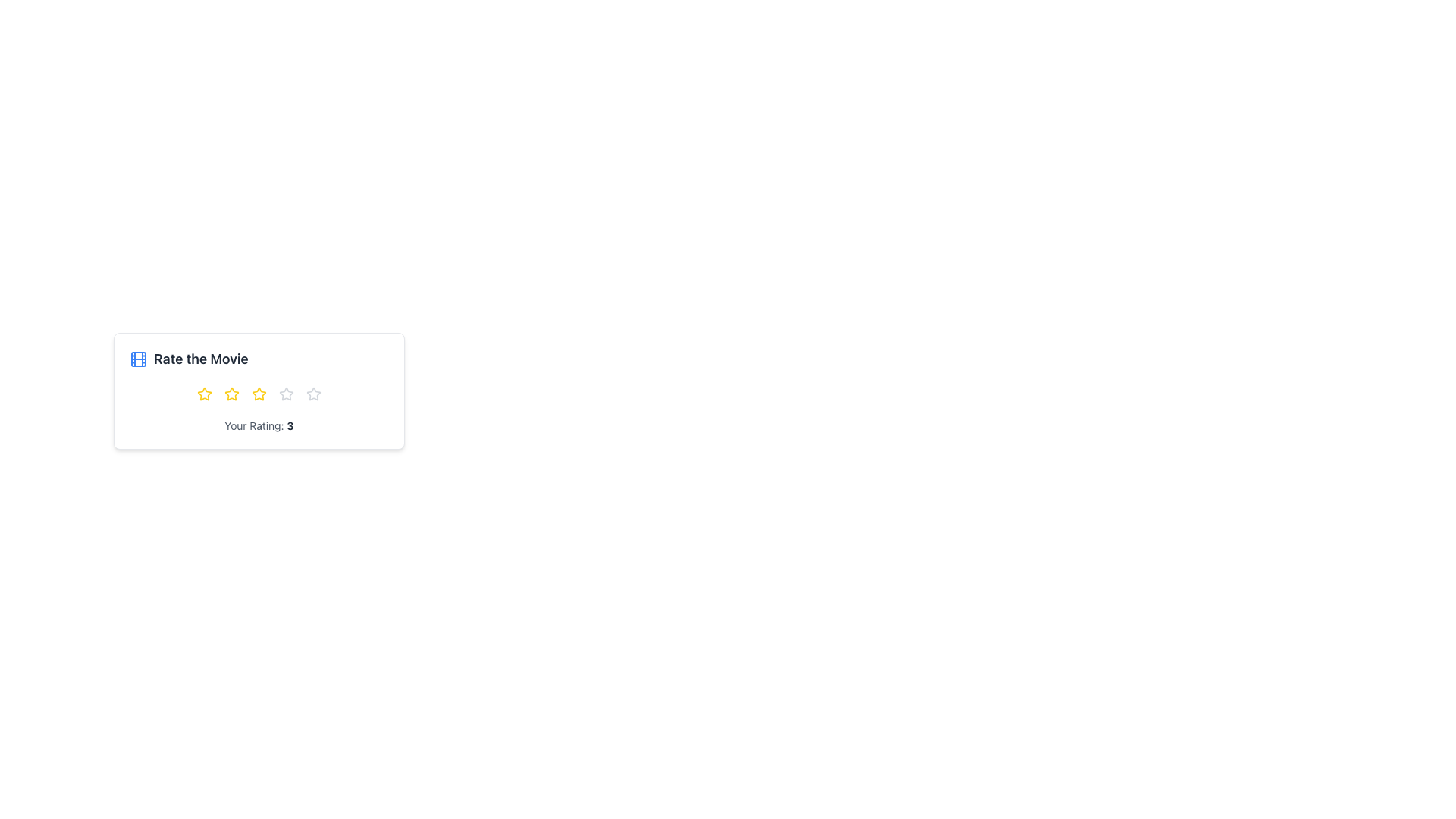 Image resolution: width=1456 pixels, height=819 pixels. Describe the element at coordinates (259, 394) in the screenshot. I see `the third star icon with a yellow outline` at that location.